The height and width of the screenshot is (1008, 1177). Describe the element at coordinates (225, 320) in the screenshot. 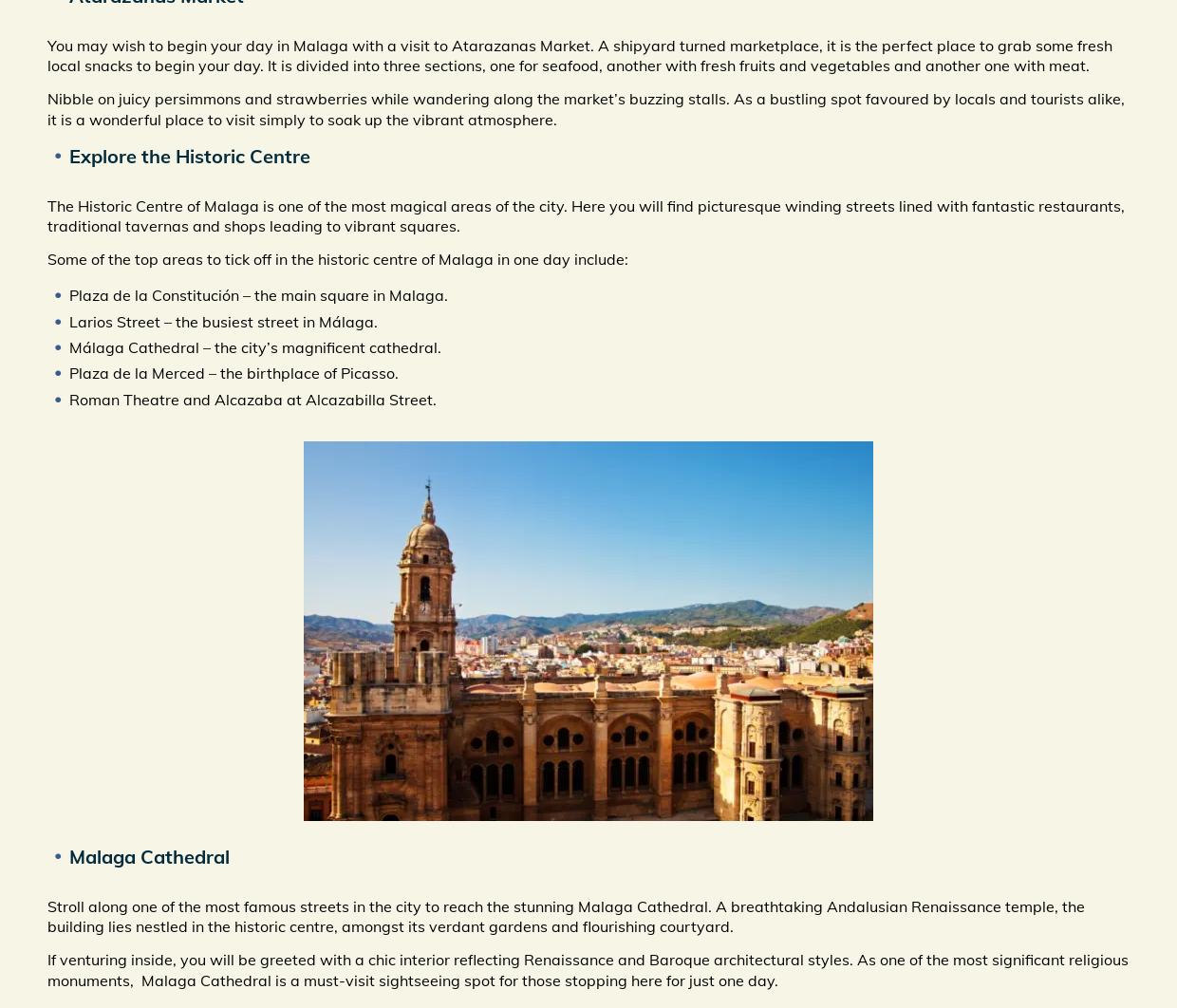

I see `'Larios Street – the busiest street in Málaga.'` at that location.